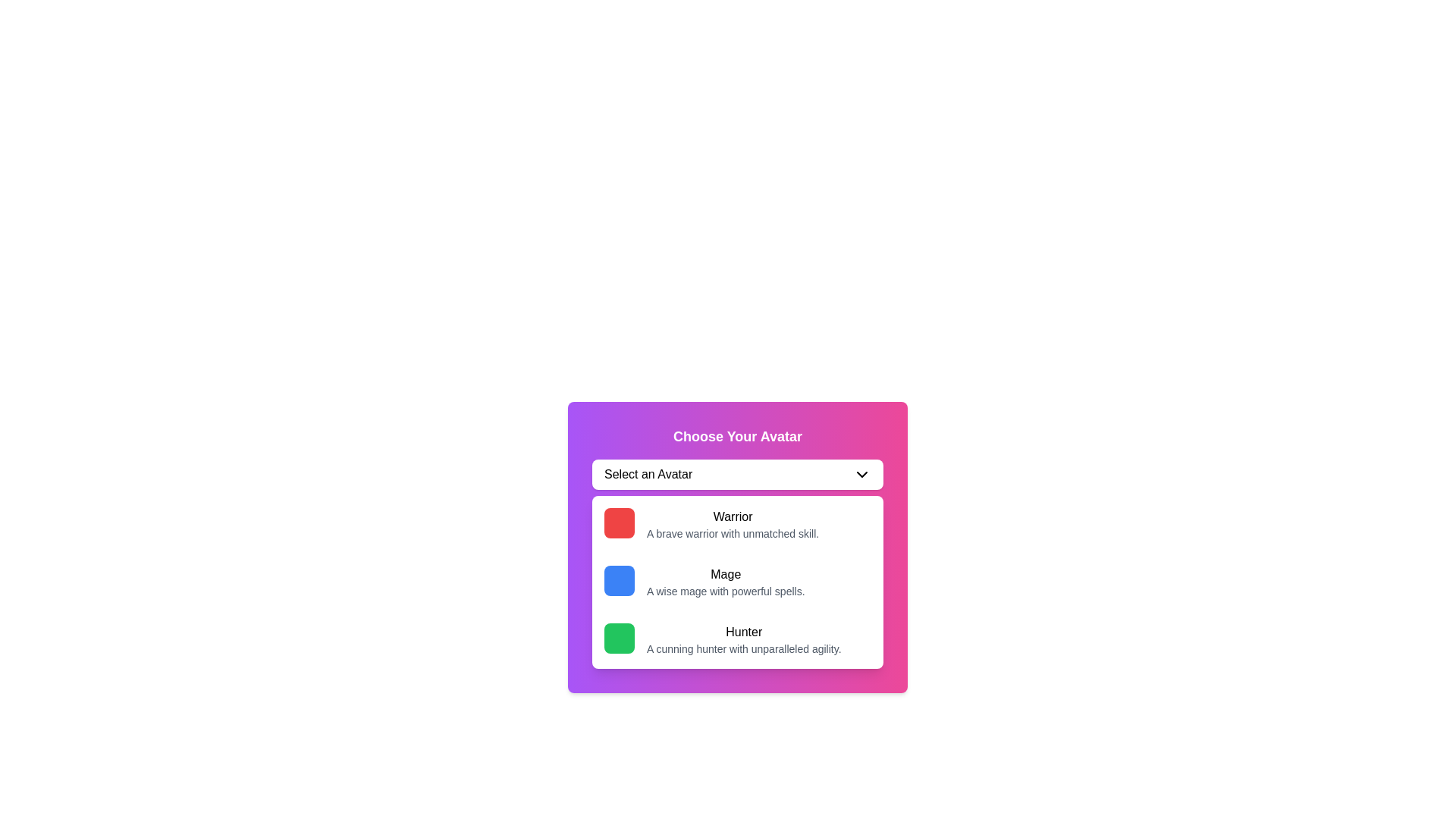 Image resolution: width=1456 pixels, height=819 pixels. I want to click on the small downward-pointing chevron icon styled with a thin, black stroke, located to the right of the 'Select an Avatar' text, so click(862, 473).